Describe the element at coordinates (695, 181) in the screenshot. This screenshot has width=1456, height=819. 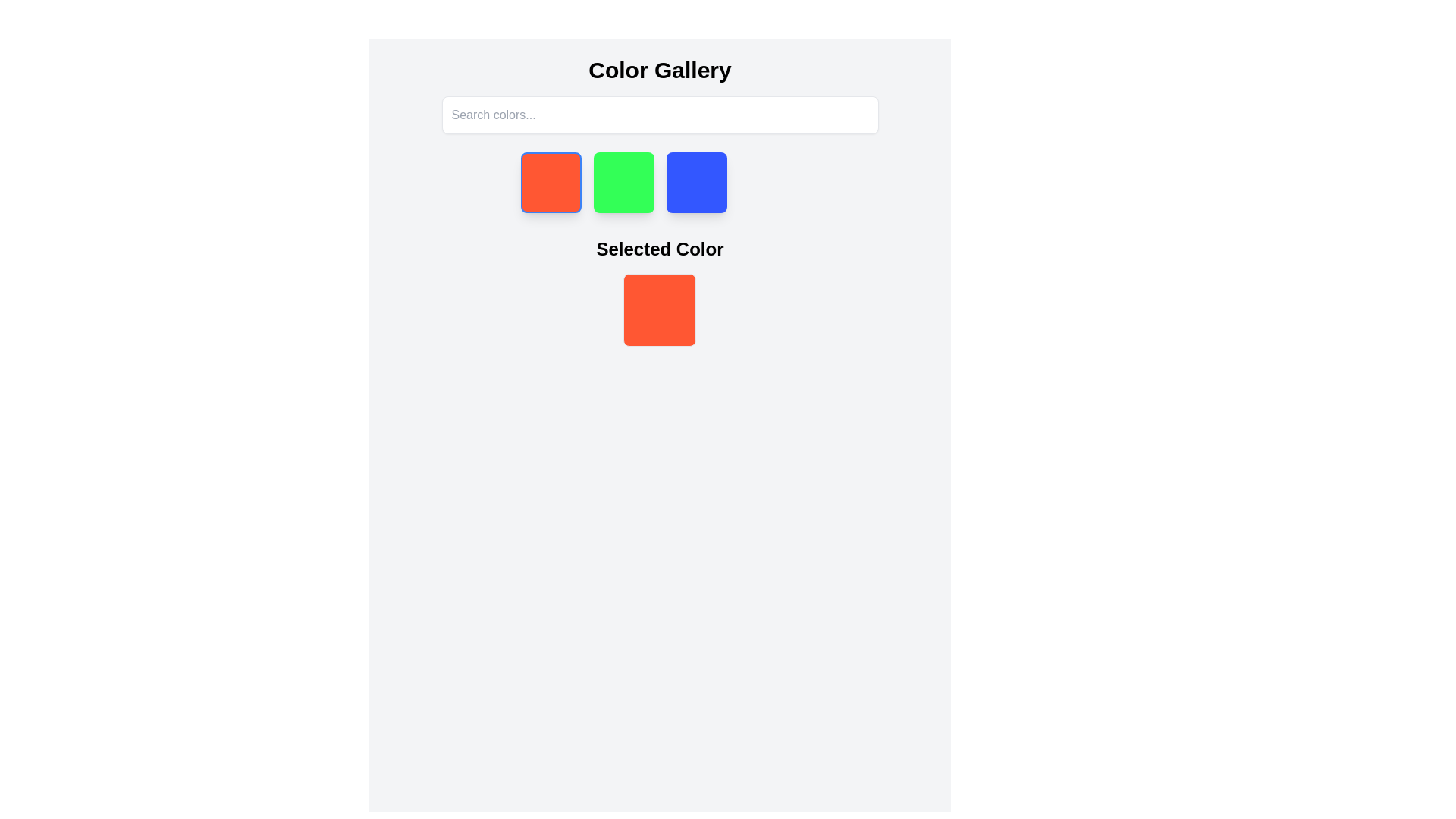
I see `the blue square button with rounded borders located in the top row of the grid layout` at that location.